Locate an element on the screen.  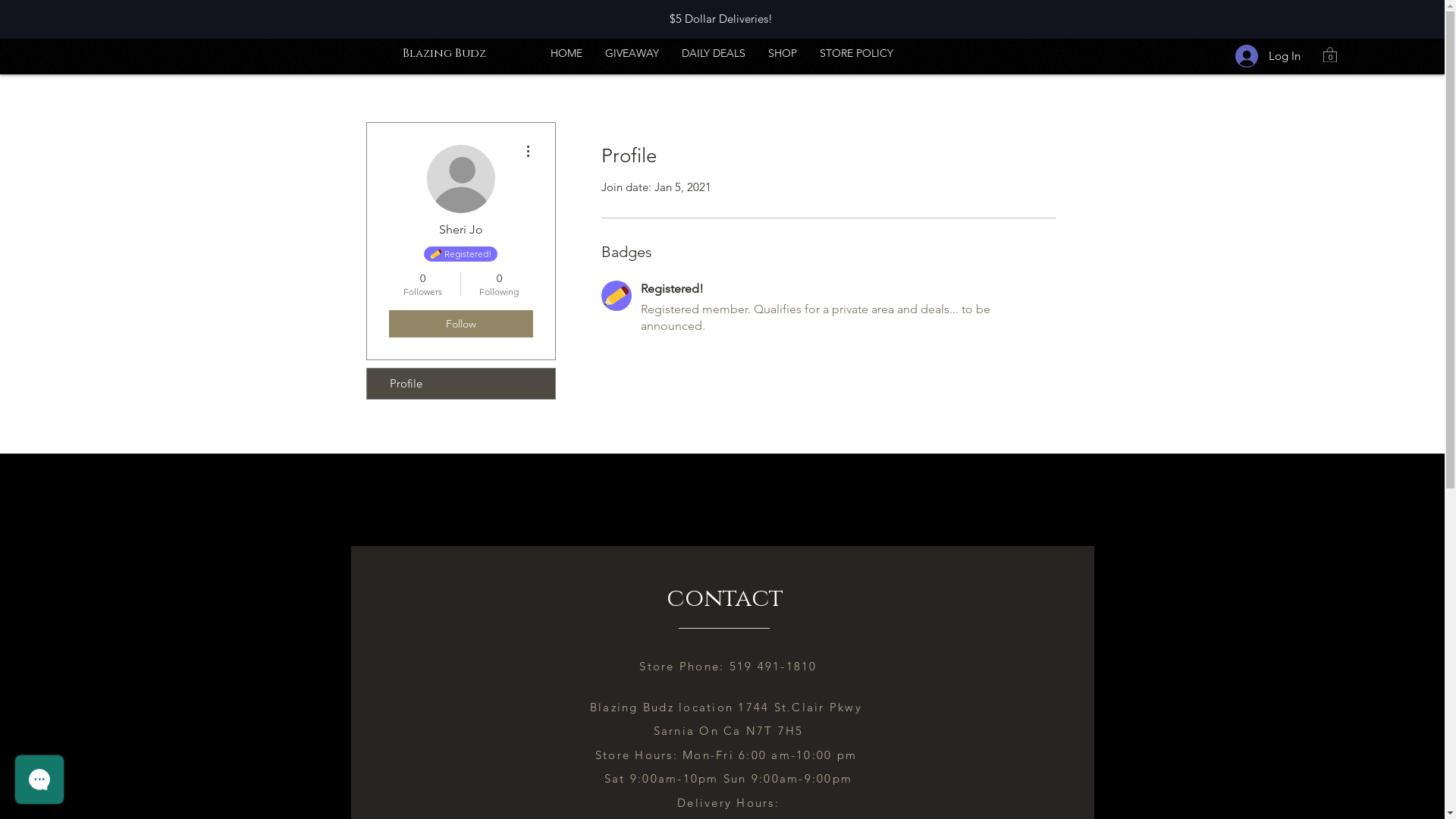
'Profile' is located at coordinates (460, 382).